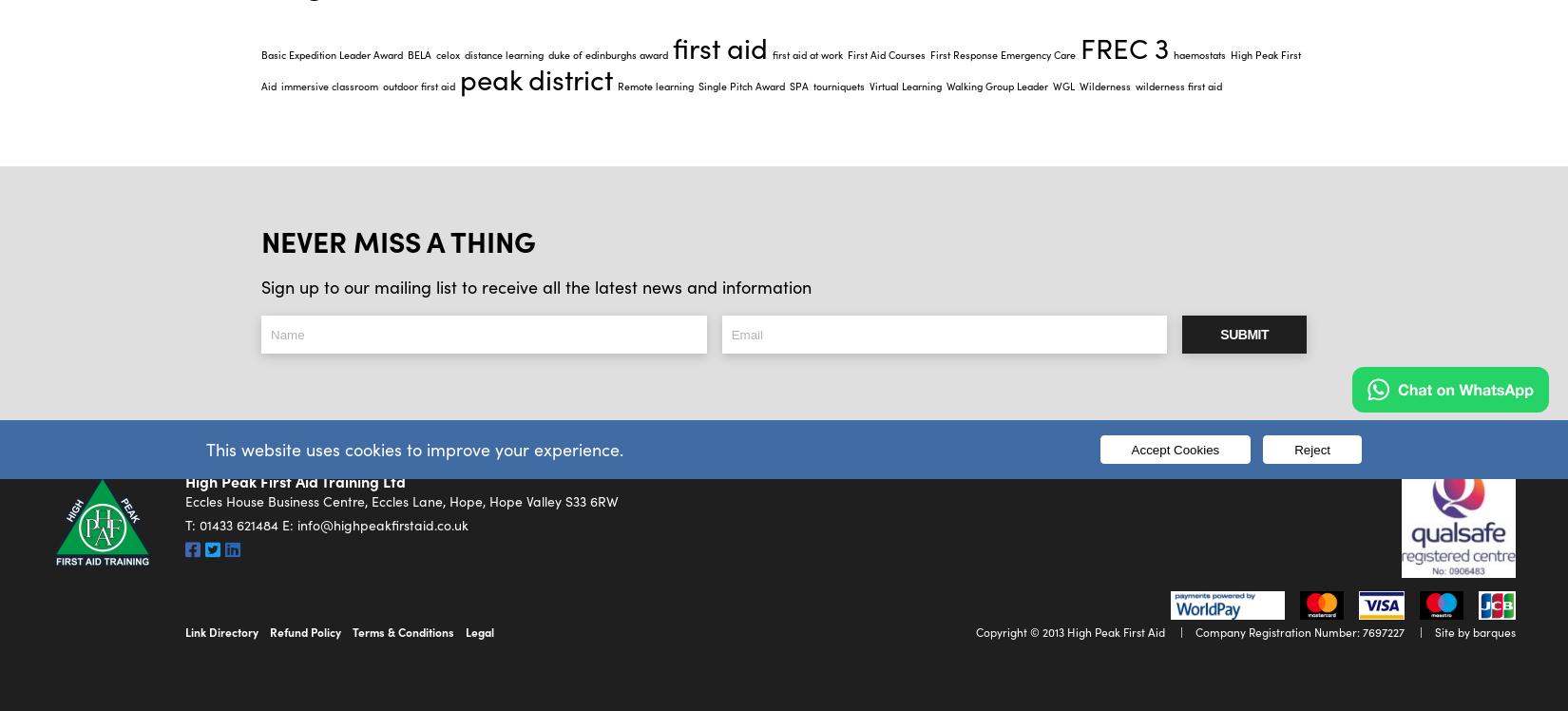 The image size is (1568, 711). I want to click on 'Terms & Conditions', so click(402, 631).